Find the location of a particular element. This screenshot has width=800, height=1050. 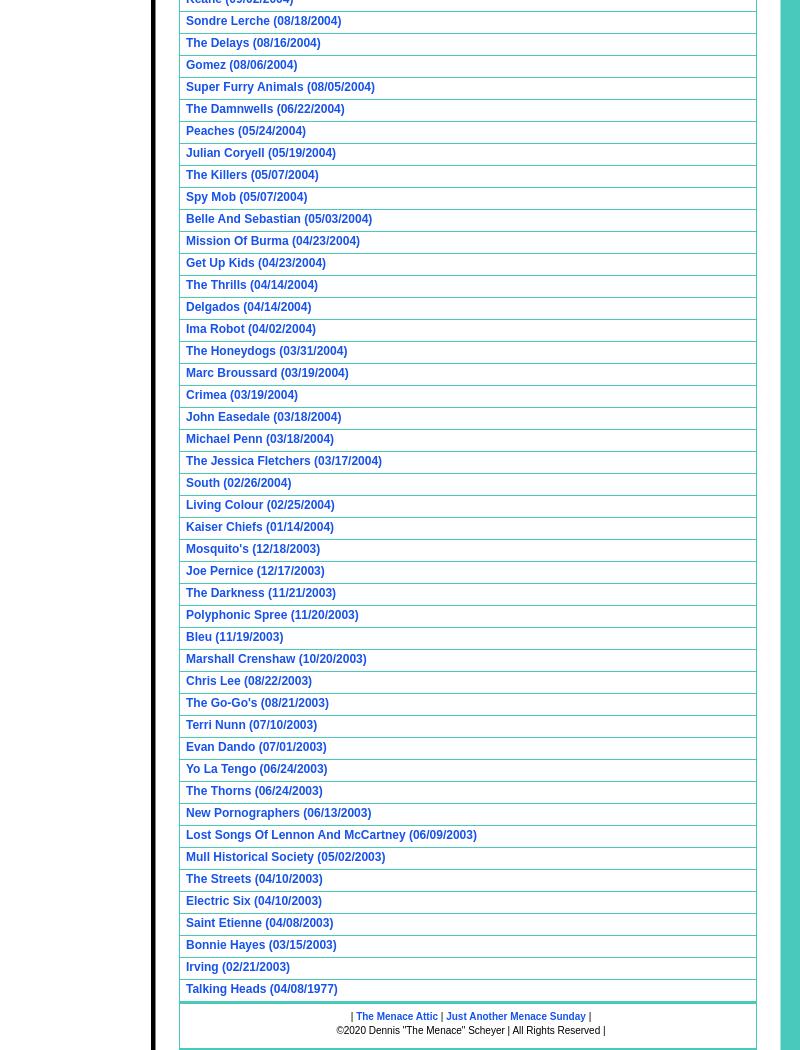

'Bonnie Hayes (03/15/2003)' is located at coordinates (259, 944).